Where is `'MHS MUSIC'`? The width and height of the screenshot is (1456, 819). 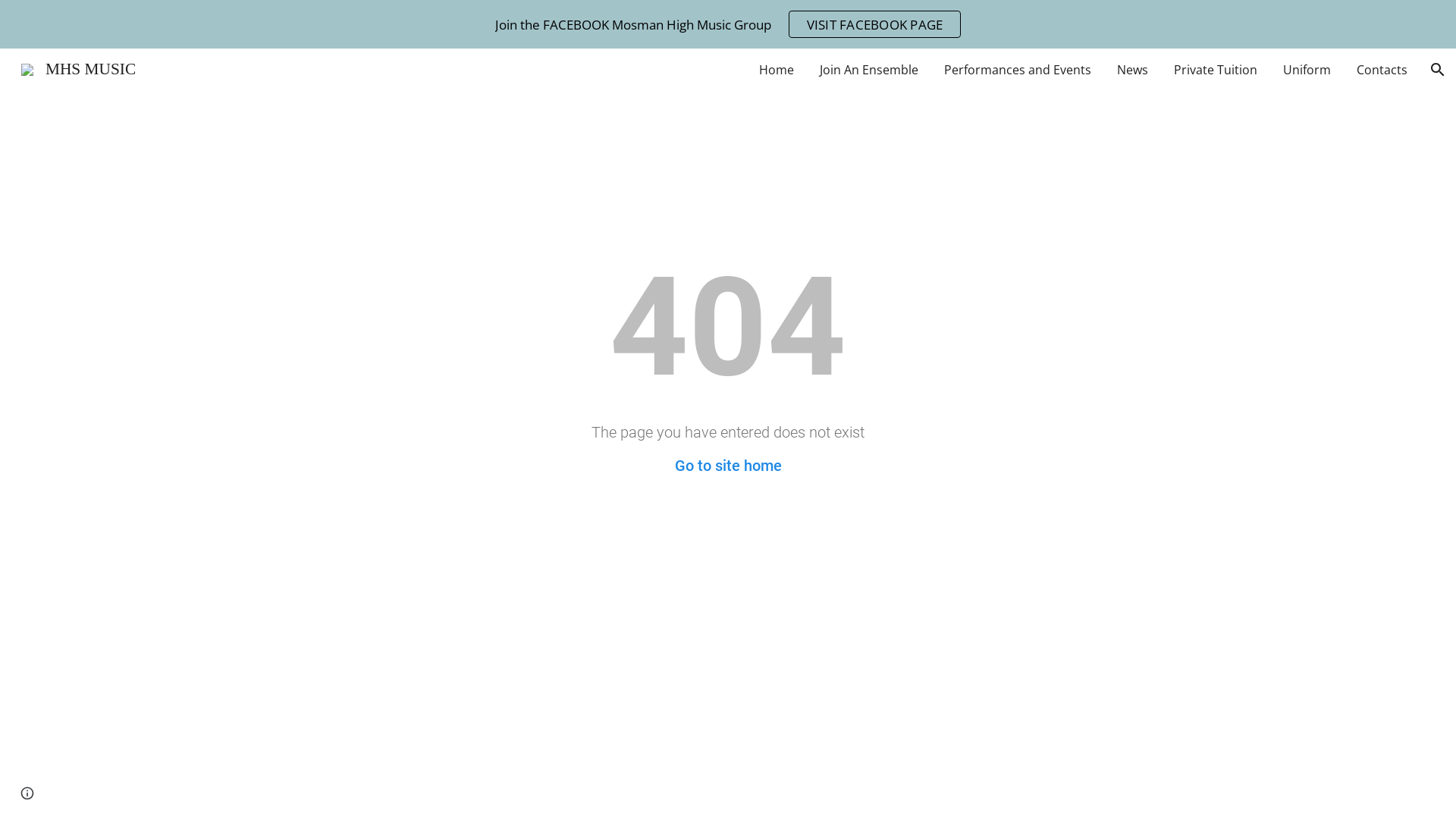
'MHS MUSIC' is located at coordinates (77, 67).